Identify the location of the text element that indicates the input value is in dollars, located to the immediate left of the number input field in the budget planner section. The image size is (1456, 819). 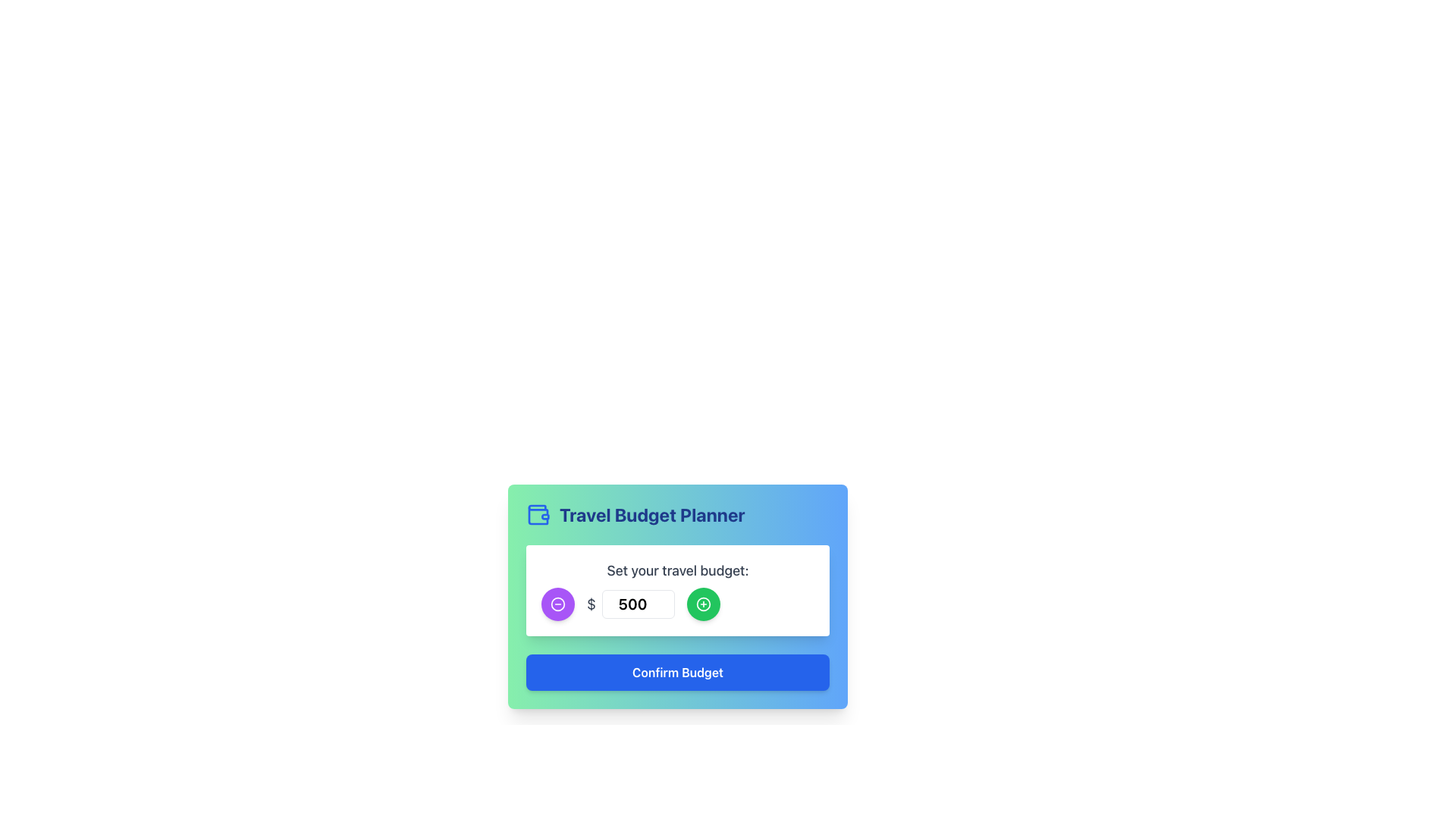
(591, 604).